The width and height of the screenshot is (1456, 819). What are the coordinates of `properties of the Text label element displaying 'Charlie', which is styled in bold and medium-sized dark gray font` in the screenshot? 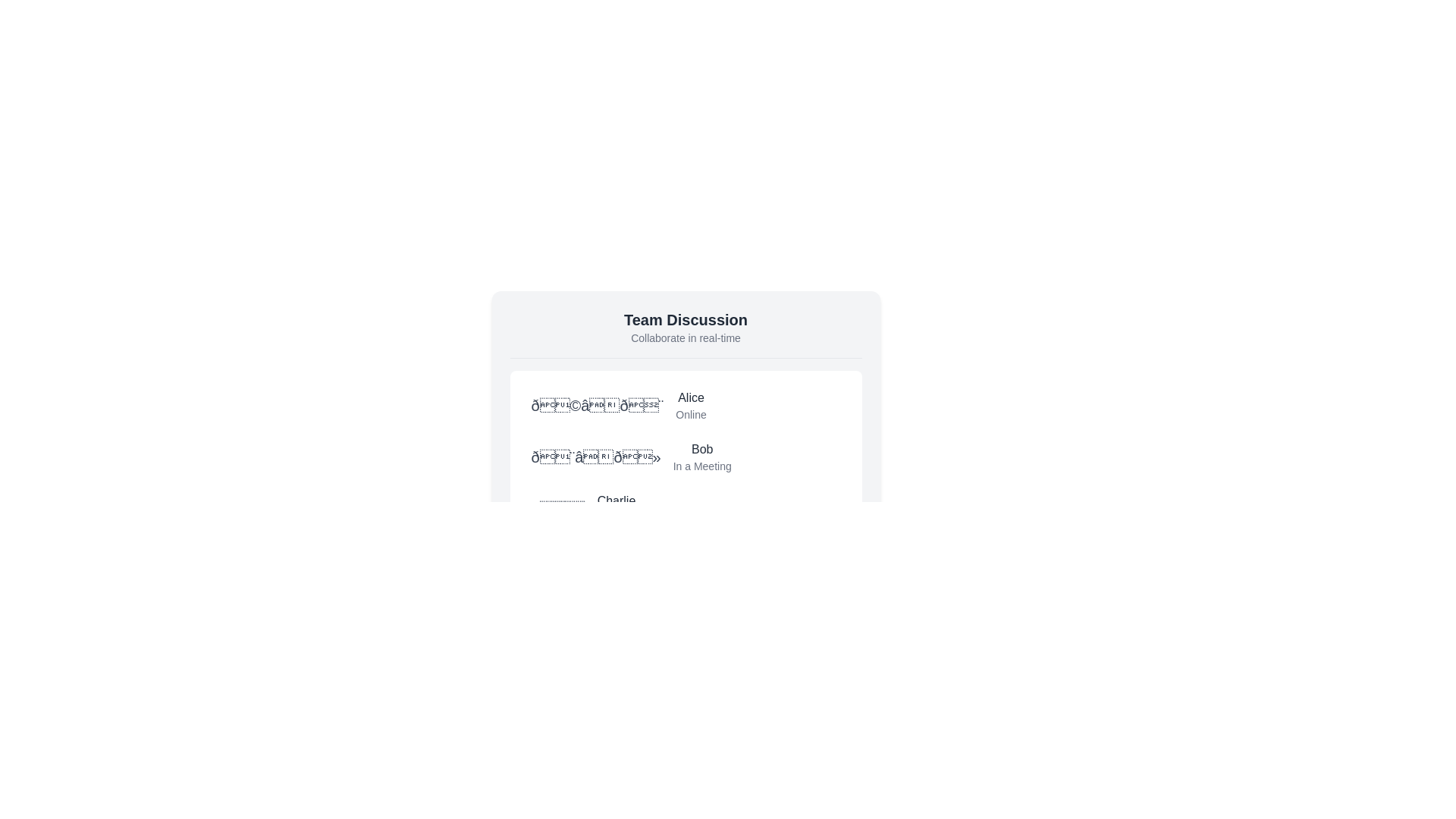 It's located at (616, 500).